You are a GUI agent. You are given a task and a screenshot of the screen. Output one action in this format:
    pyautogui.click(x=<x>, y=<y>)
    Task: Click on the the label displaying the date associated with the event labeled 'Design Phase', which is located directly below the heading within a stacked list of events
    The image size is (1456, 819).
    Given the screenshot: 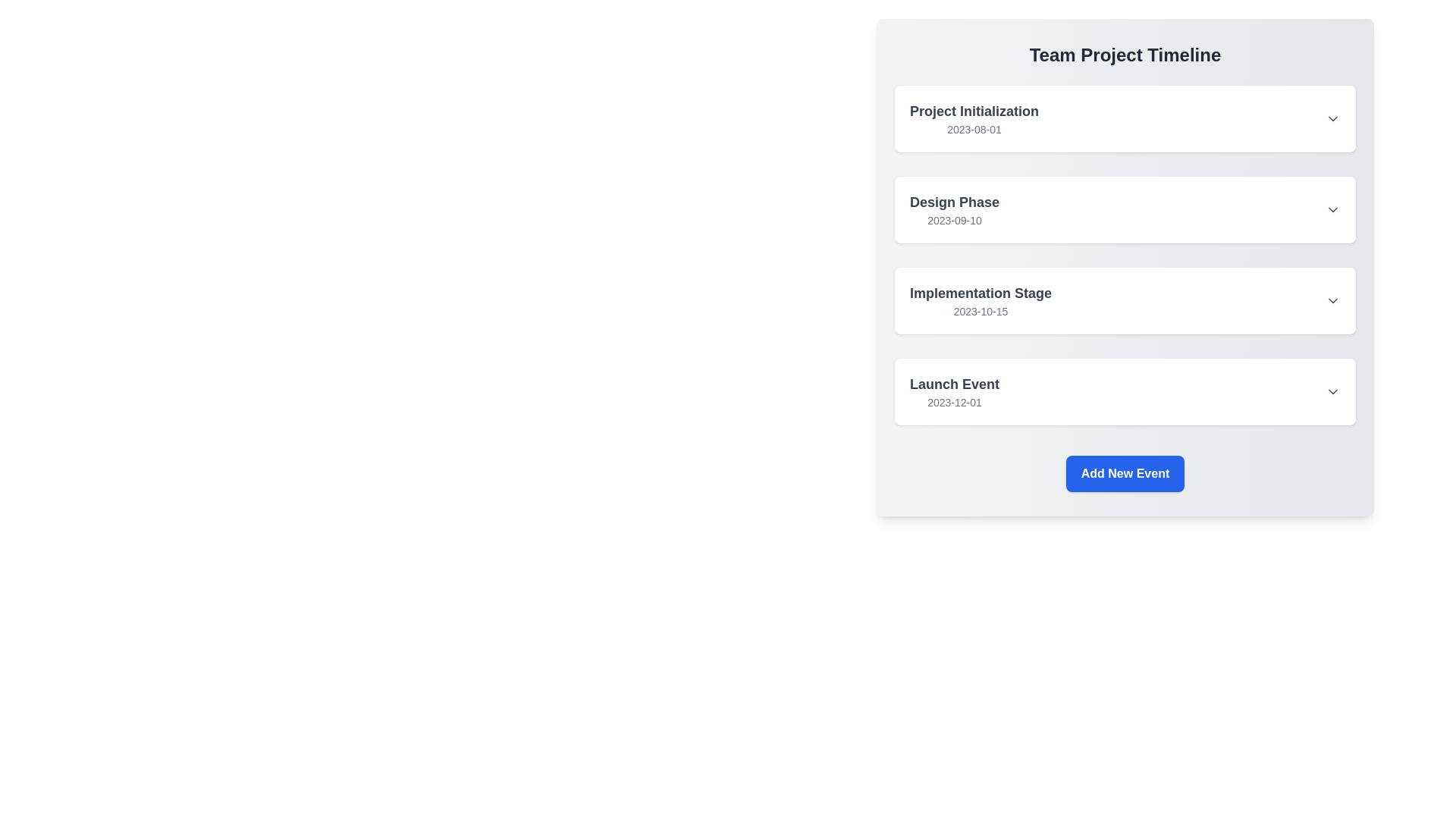 What is the action you would take?
    pyautogui.click(x=953, y=220)
    